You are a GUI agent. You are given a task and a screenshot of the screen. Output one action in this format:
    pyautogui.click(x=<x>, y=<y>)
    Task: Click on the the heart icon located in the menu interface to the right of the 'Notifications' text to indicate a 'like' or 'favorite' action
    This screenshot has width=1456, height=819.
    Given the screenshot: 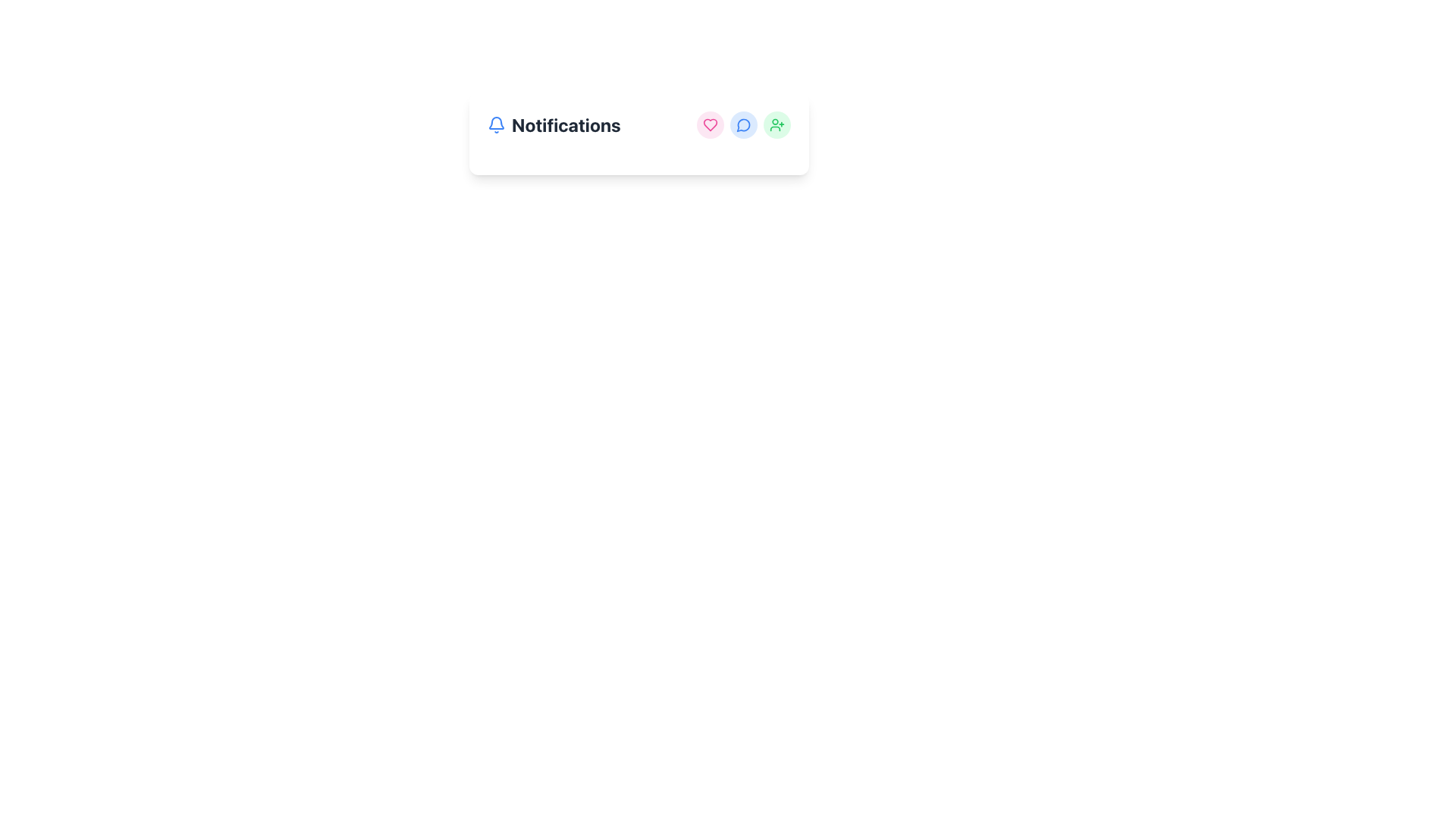 What is the action you would take?
    pyautogui.click(x=709, y=124)
    